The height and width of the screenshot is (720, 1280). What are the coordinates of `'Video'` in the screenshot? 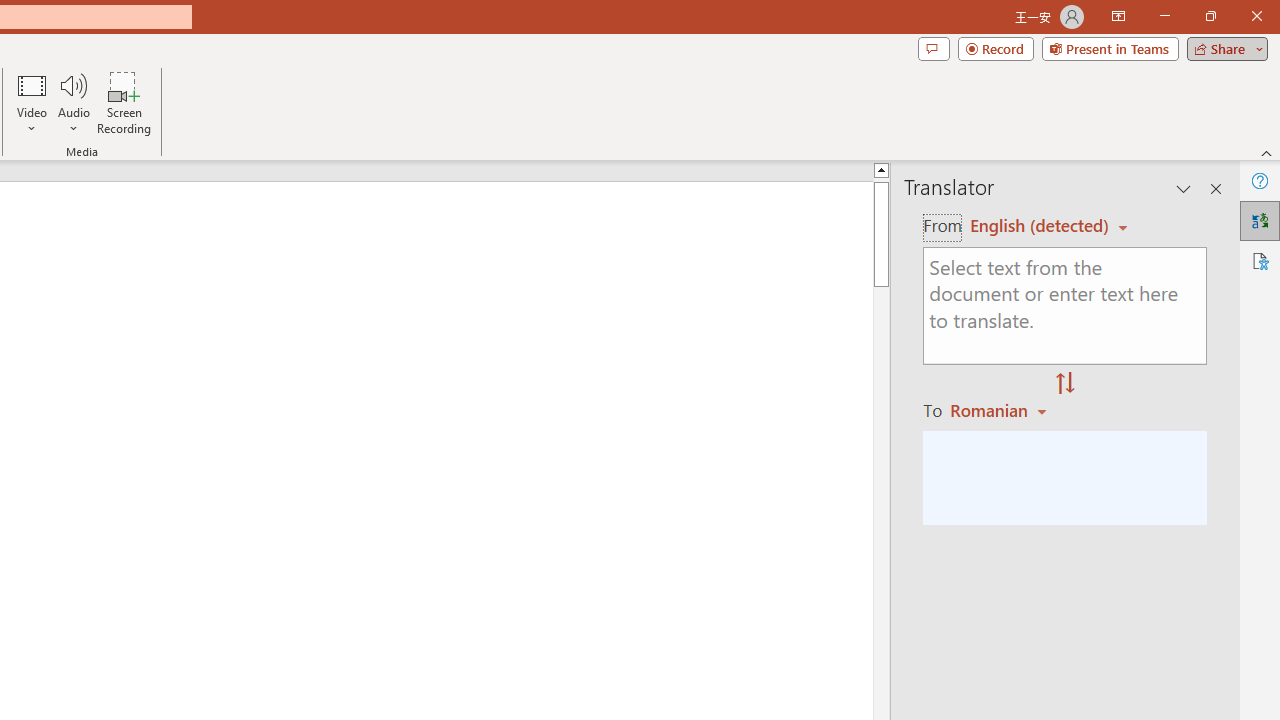 It's located at (32, 103).